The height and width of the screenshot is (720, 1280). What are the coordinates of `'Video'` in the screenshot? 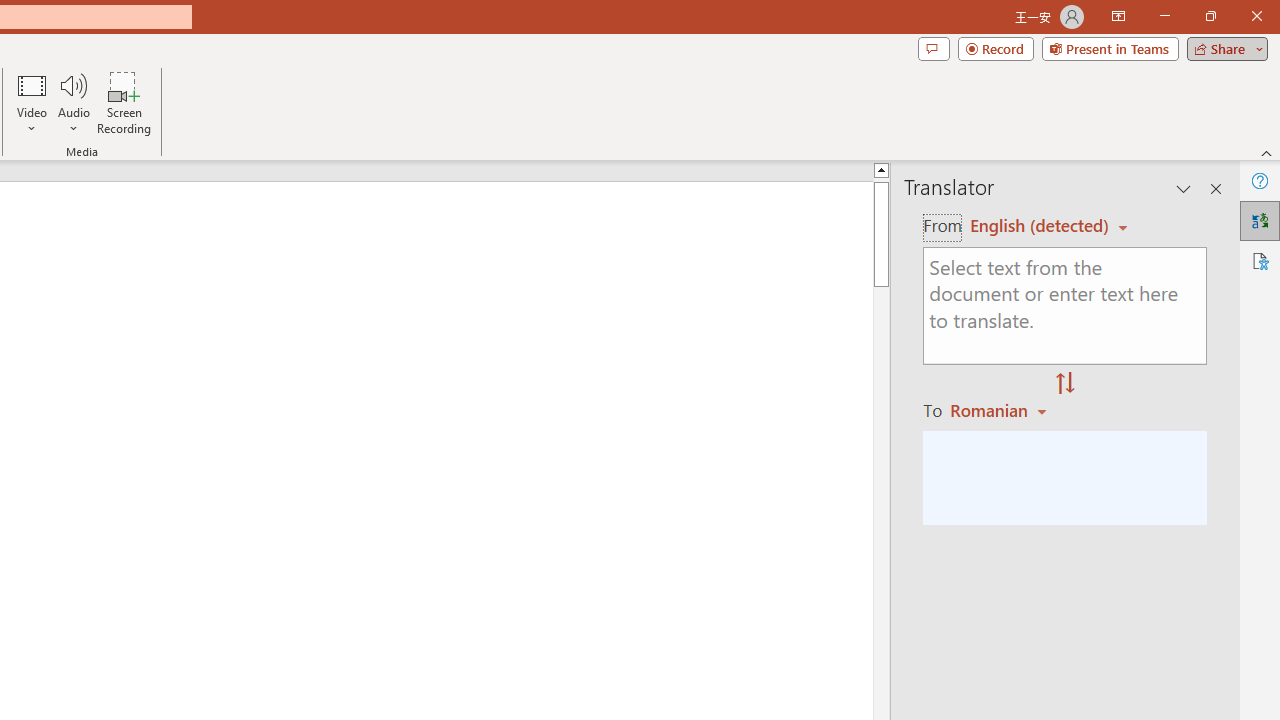 It's located at (32, 103).